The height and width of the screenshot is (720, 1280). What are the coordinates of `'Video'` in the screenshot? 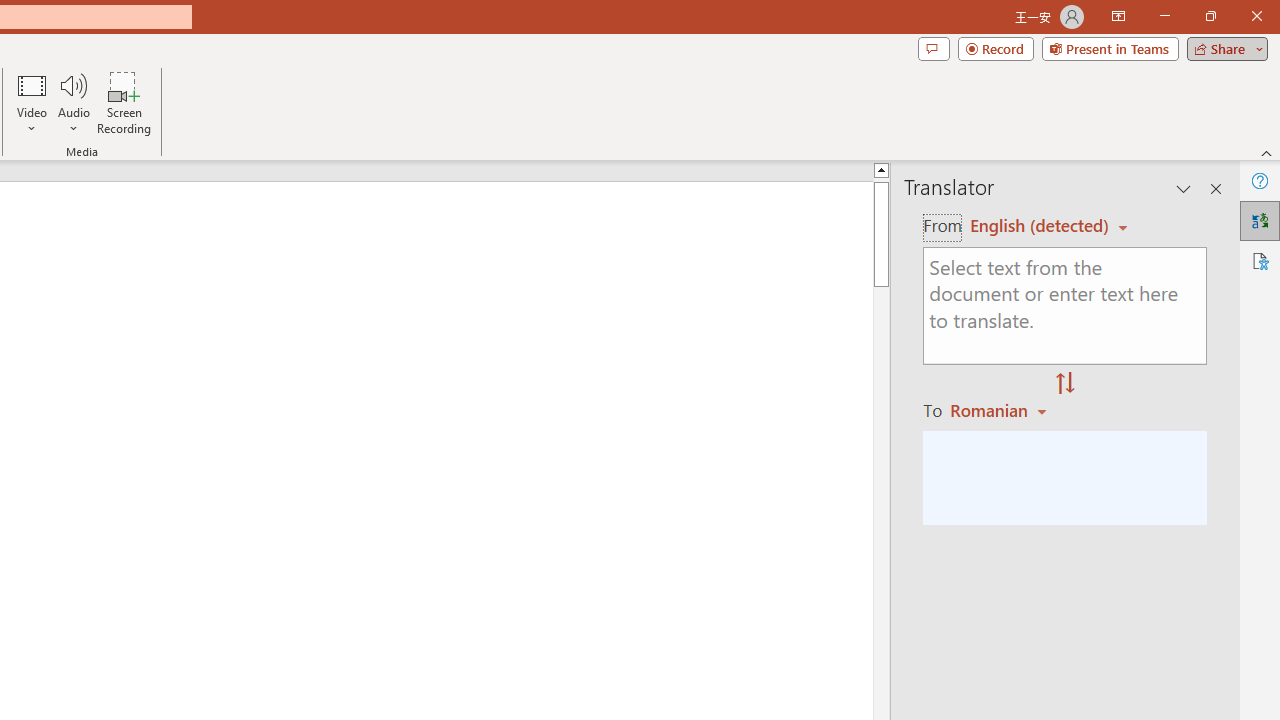 It's located at (32, 103).